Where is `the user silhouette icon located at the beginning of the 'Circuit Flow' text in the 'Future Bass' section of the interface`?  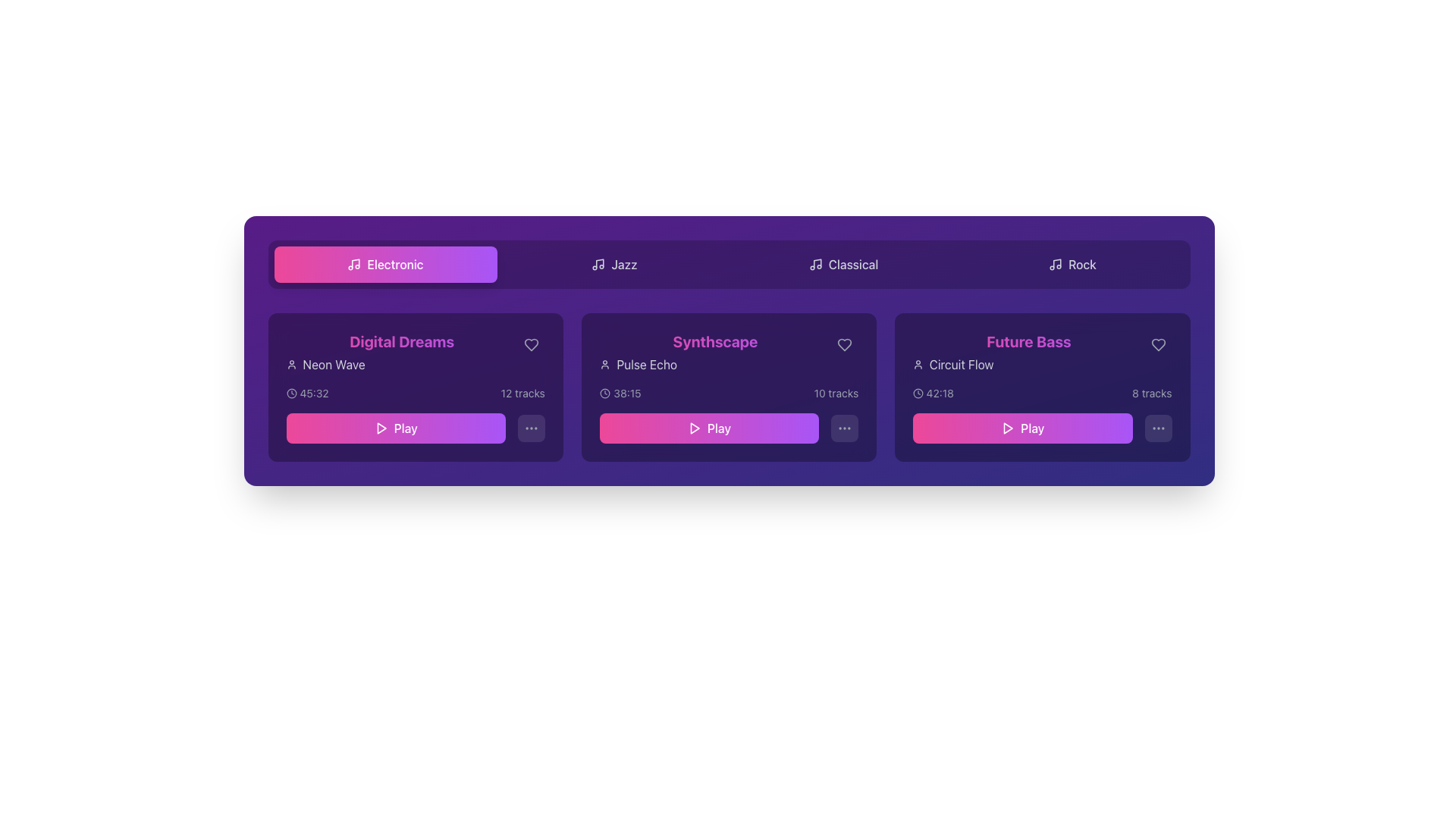
the user silhouette icon located at the beginning of the 'Circuit Flow' text in the 'Future Bass' section of the interface is located at coordinates (918, 365).